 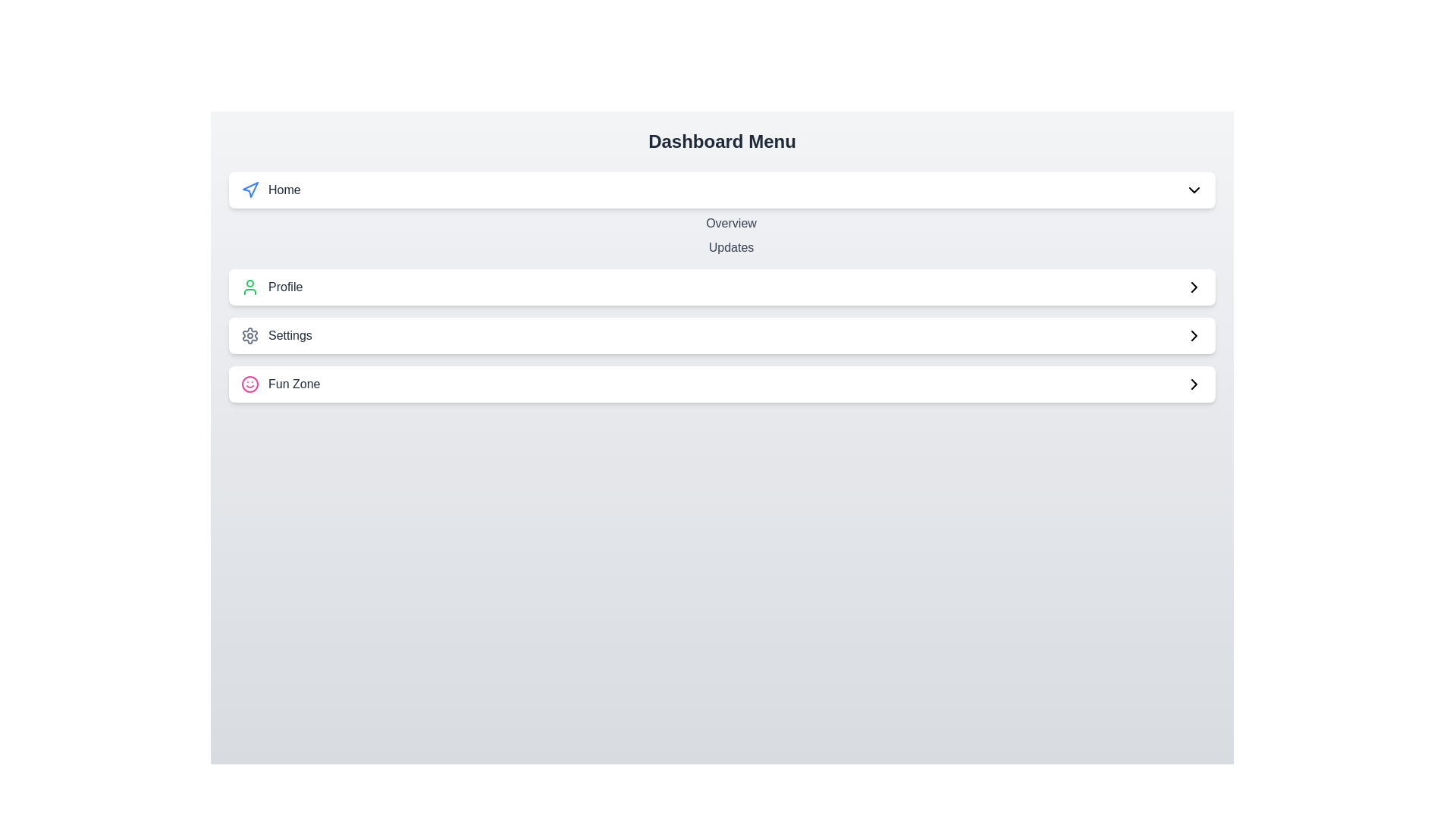 I want to click on the 'Profile' text label in the vertical navigation list, which is styled in dark gray and positioned to the right of a green user icon, so click(x=285, y=287).